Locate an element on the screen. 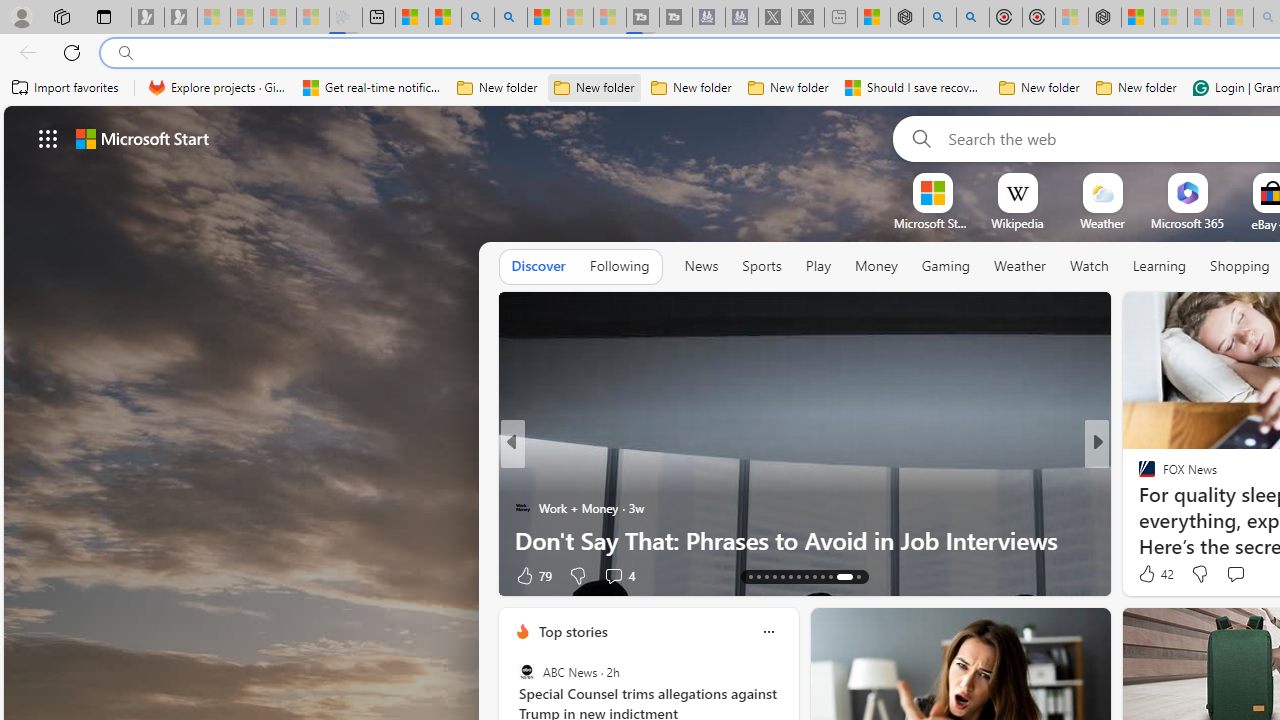 The width and height of the screenshot is (1280, 720). 'AutomationID: tab-19' is located at coordinates (797, 577).